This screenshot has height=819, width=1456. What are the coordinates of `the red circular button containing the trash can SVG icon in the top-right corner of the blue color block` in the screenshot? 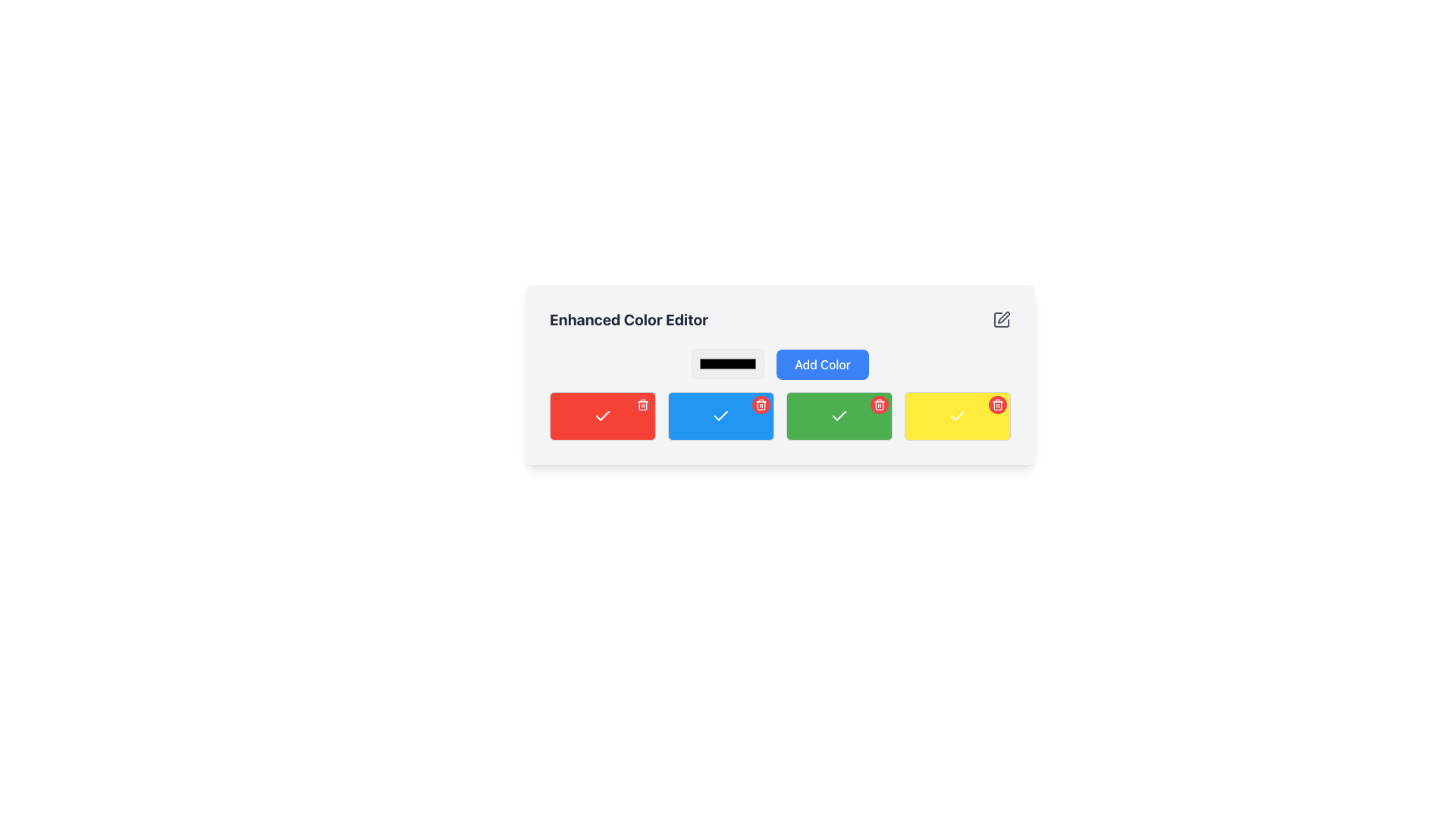 It's located at (761, 403).